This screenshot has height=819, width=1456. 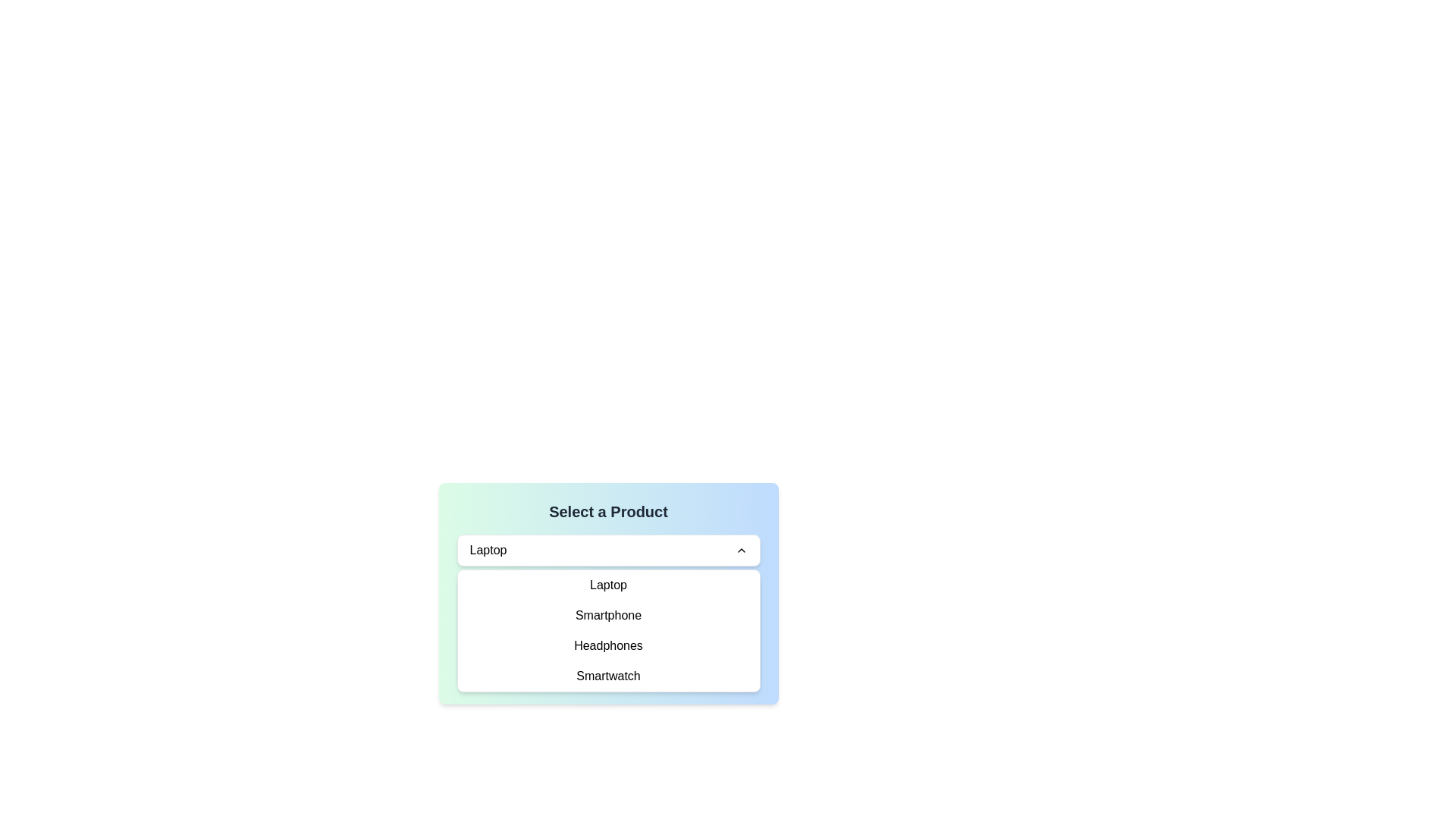 What do you see at coordinates (608, 584) in the screenshot?
I see `the first option in the dropdown menu labeled 'Laptop'` at bounding box center [608, 584].